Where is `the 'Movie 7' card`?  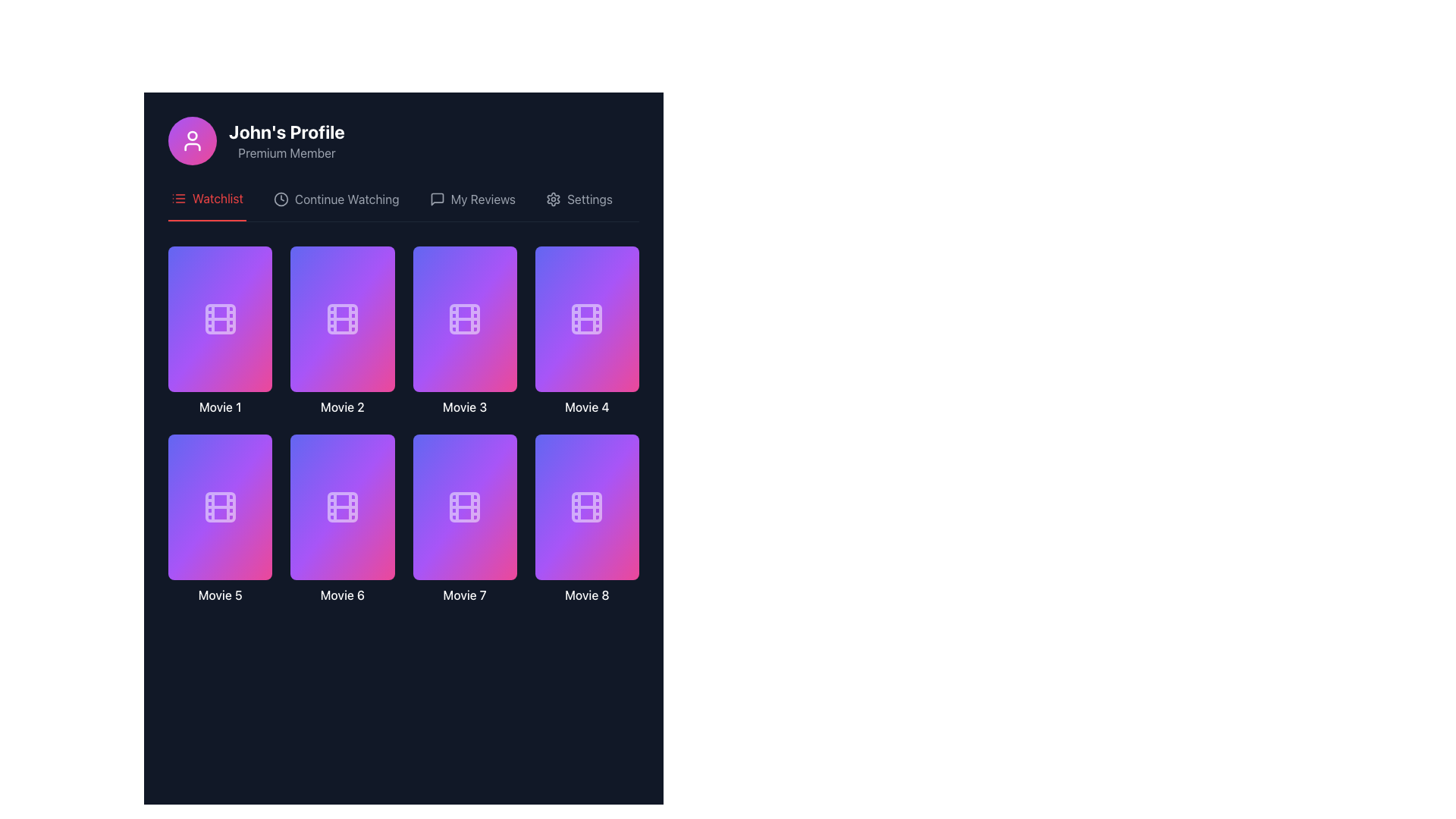
the 'Movie 7' card is located at coordinates (464, 507).